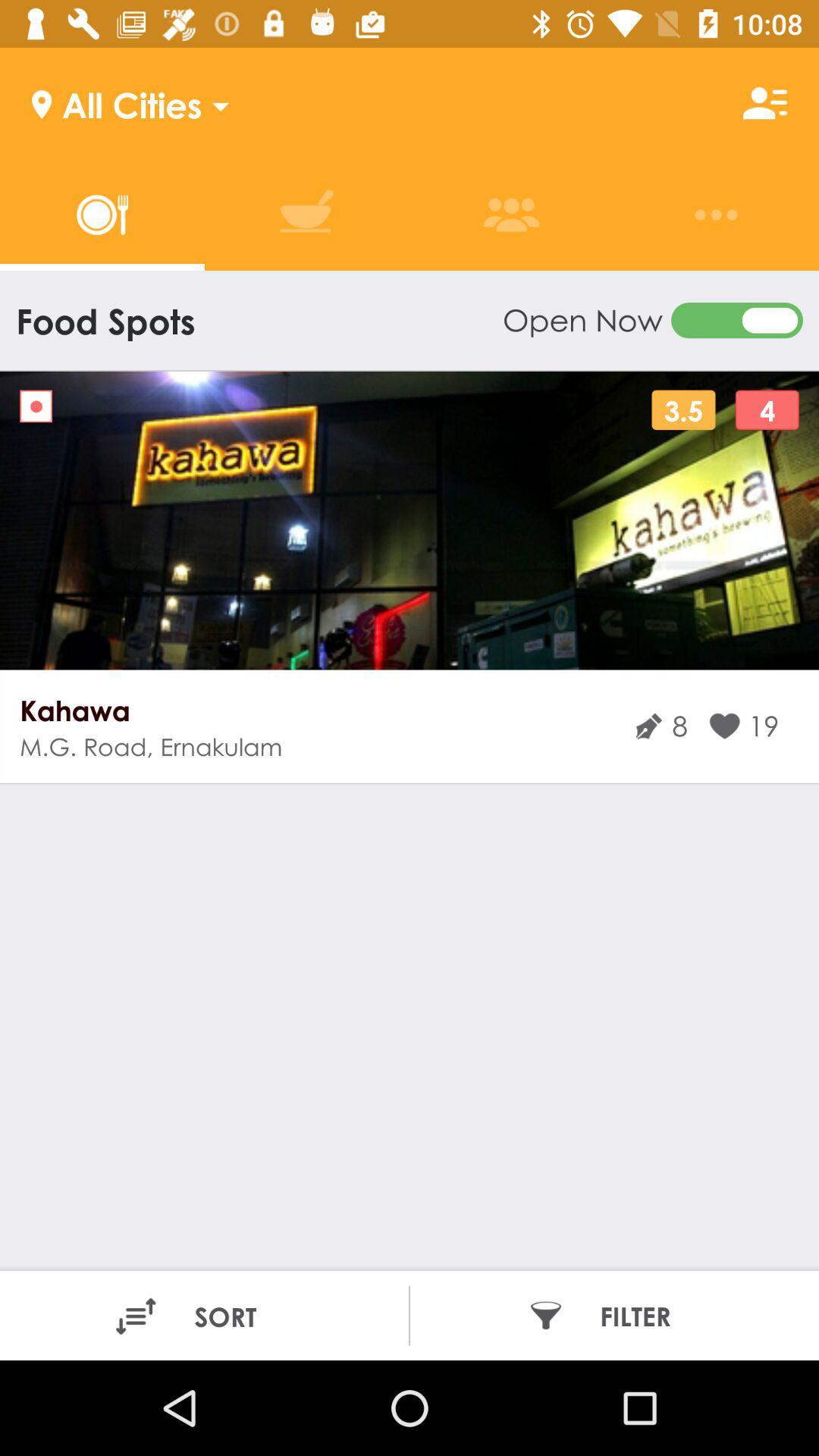 This screenshot has height=1456, width=819. What do you see at coordinates (215, 102) in the screenshot?
I see `the drop down right to all cities` at bounding box center [215, 102].